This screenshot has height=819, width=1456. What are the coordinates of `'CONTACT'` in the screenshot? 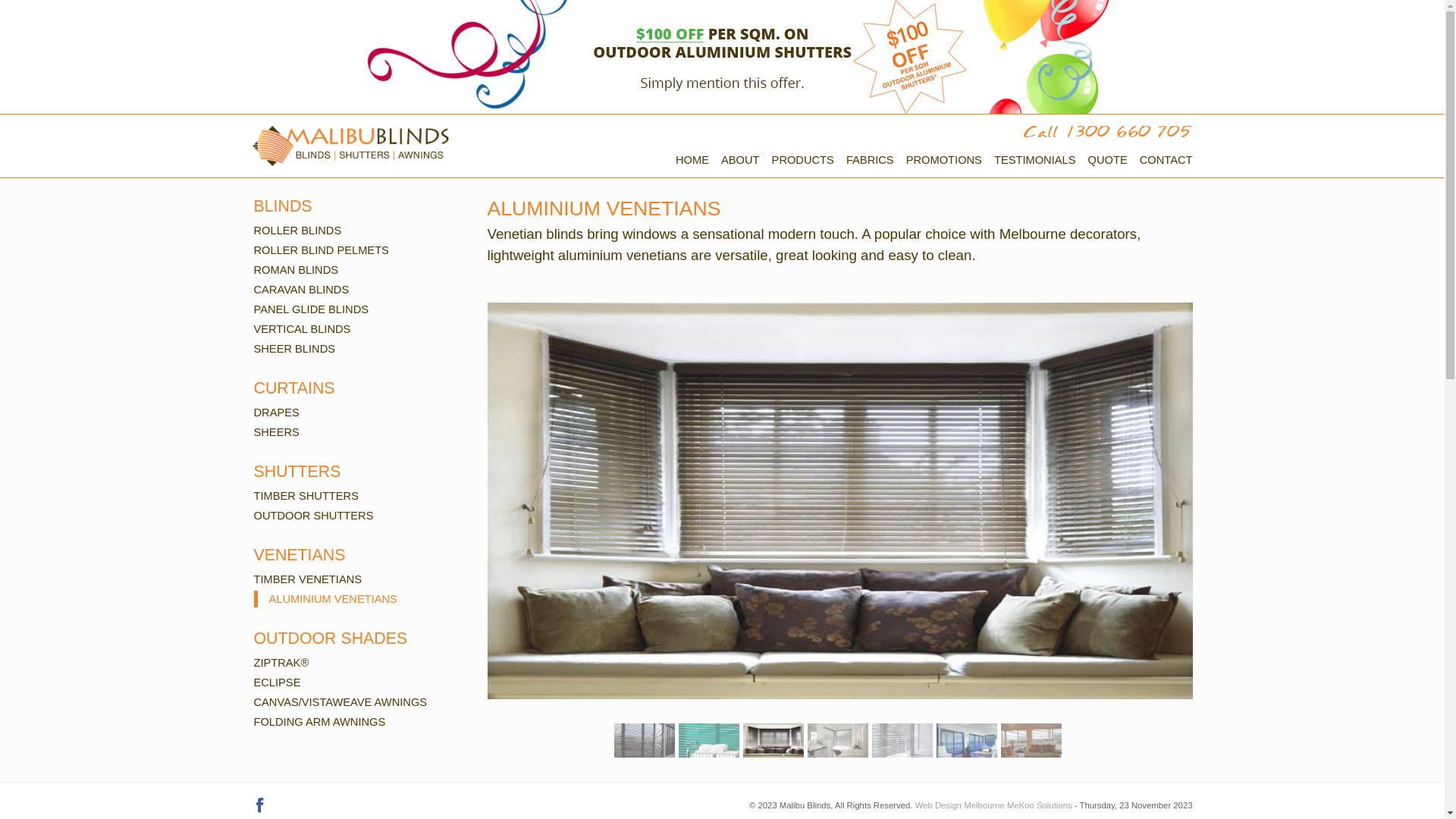 It's located at (1165, 160).